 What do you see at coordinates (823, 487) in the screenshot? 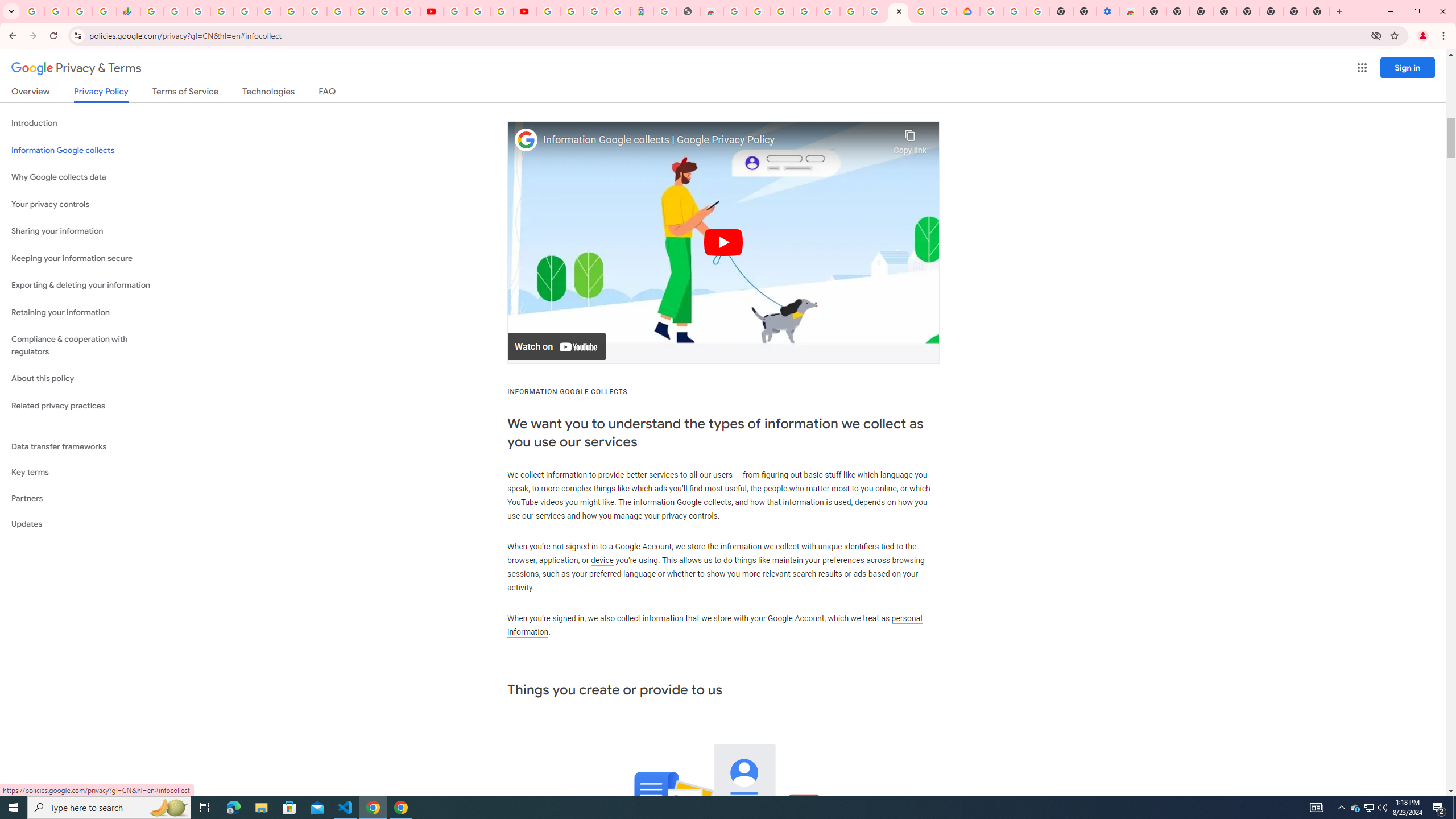
I see `'the people who matter most to you online'` at bounding box center [823, 487].